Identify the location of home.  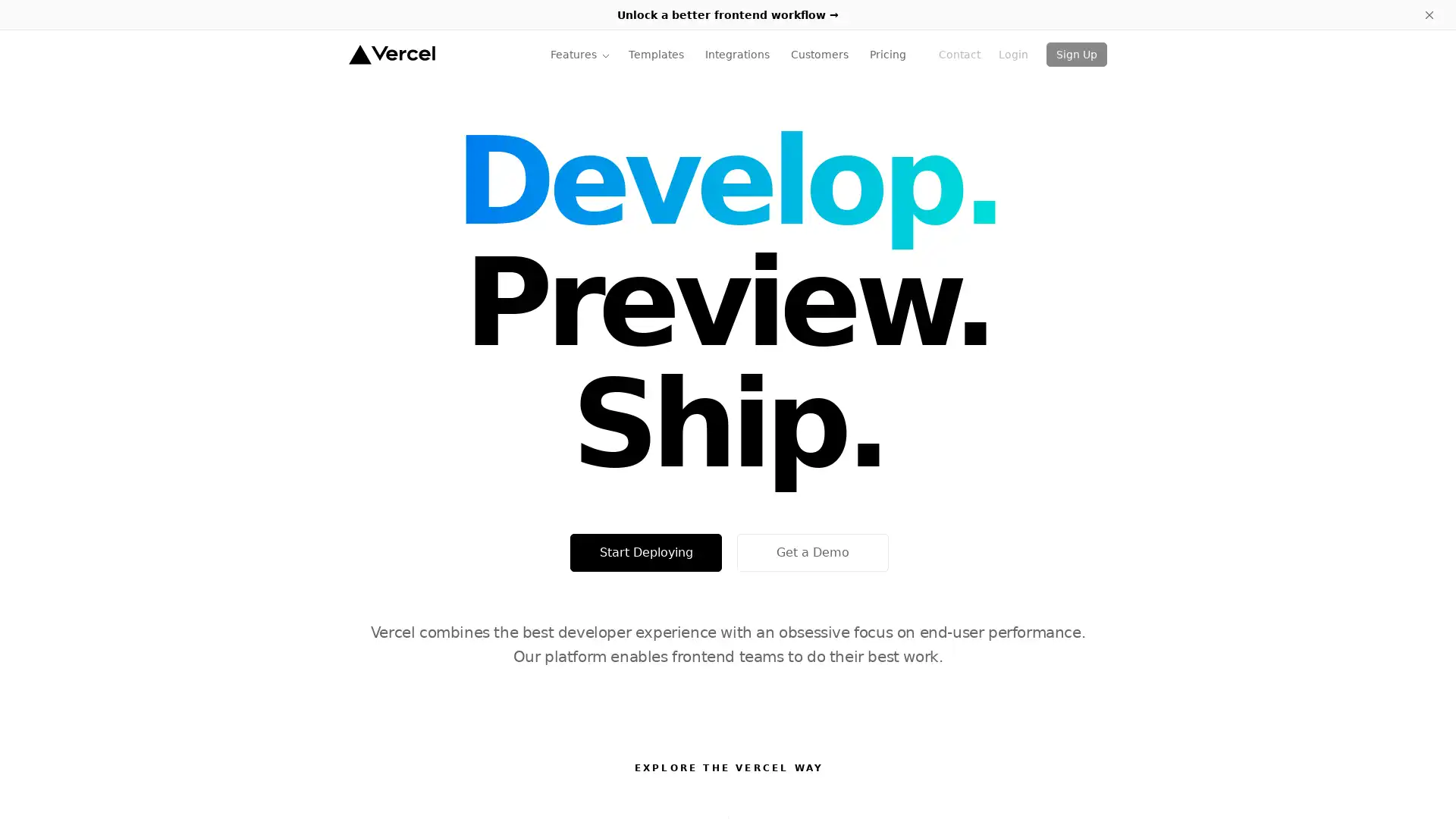
(391, 54).